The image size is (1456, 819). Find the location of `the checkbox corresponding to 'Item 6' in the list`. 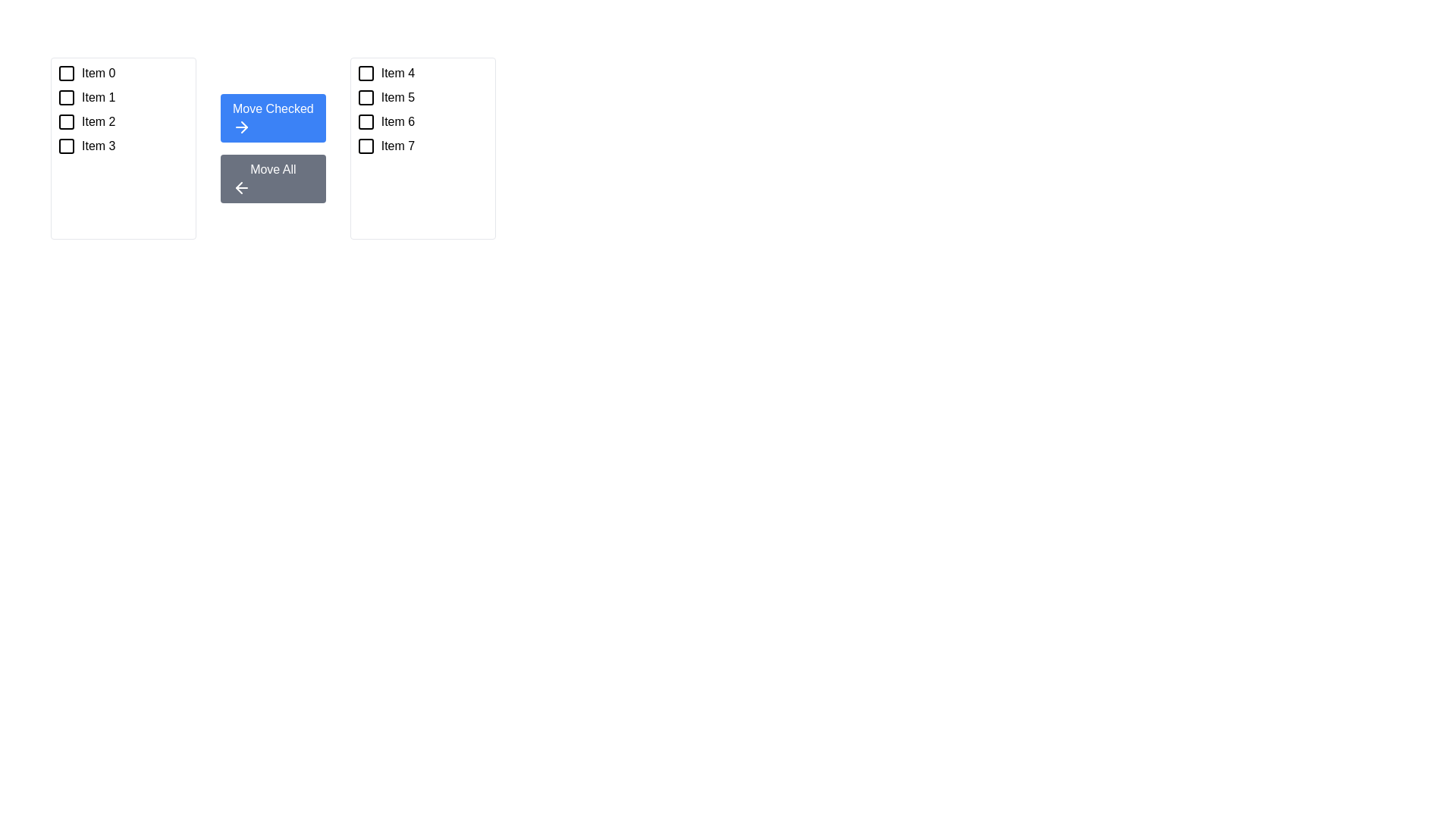

the checkbox corresponding to 'Item 6' in the list is located at coordinates (366, 121).